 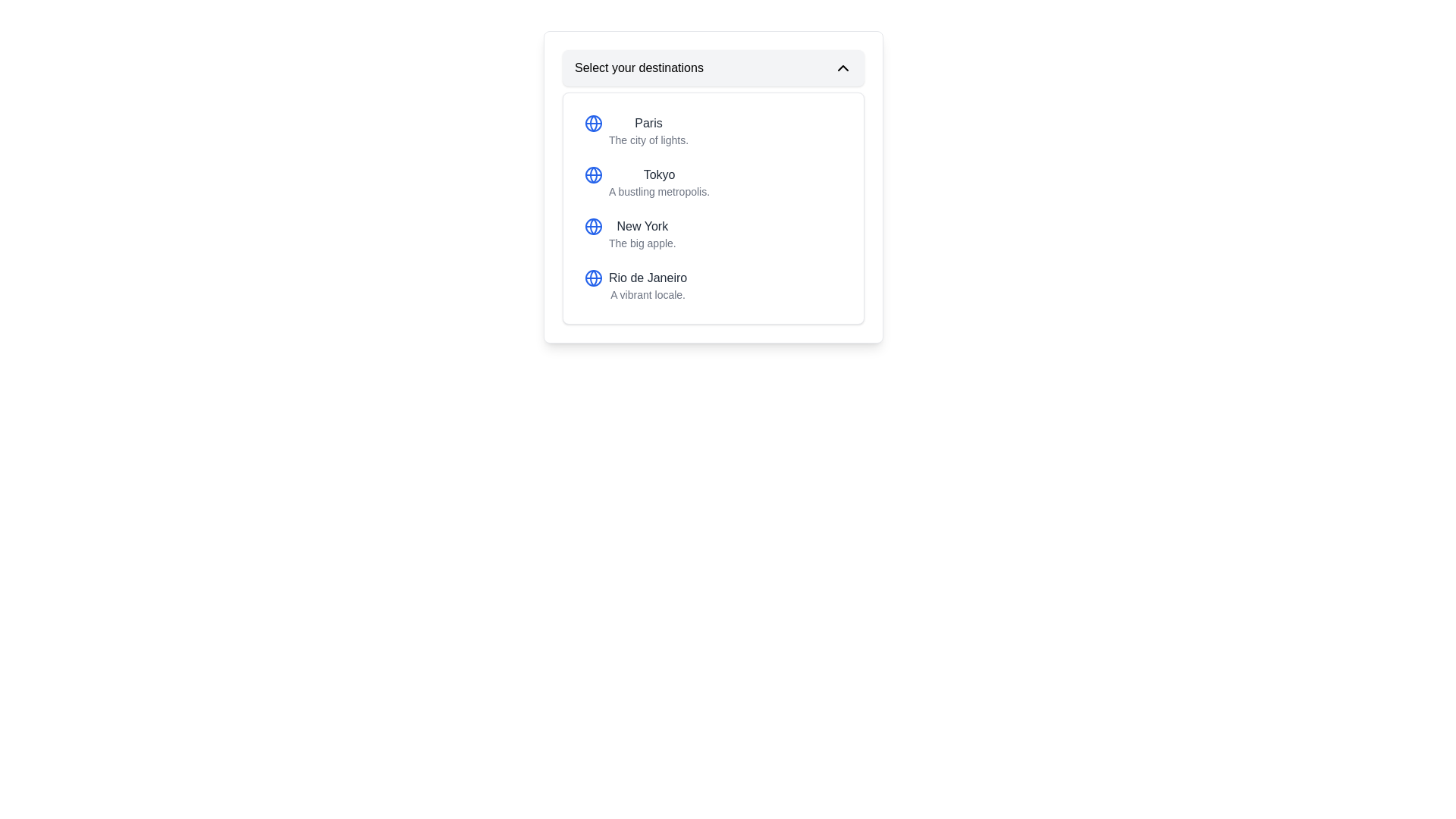 What do you see at coordinates (630, 234) in the screenshot?
I see `the List item displaying 'New York' with a globe icon` at bounding box center [630, 234].